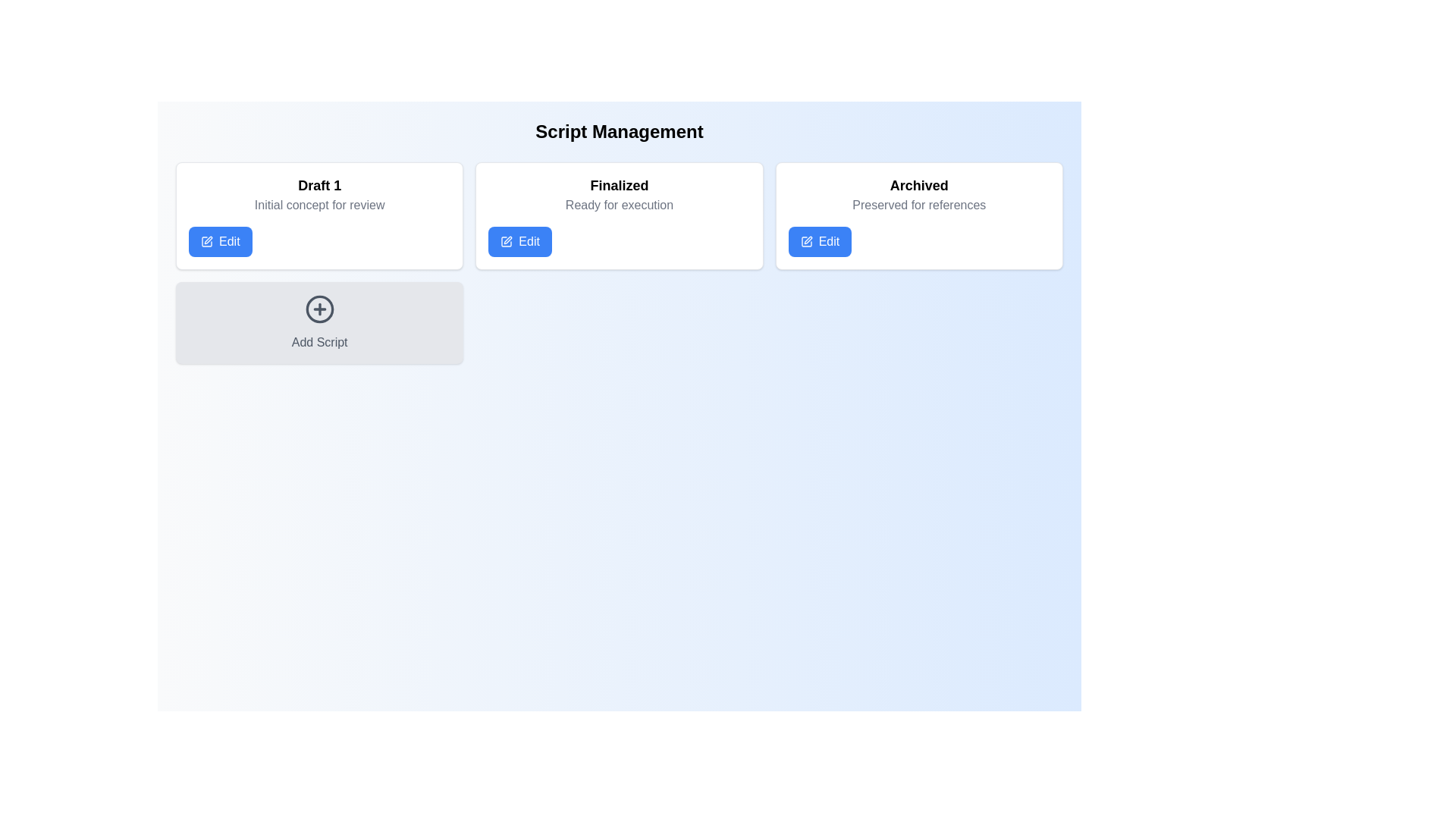 This screenshot has width=1456, height=819. What do you see at coordinates (619, 185) in the screenshot?
I see `the 'Finalized' text label located in the top row of the second column, which signifies that the section has achieved a 'Finalized' state` at bounding box center [619, 185].